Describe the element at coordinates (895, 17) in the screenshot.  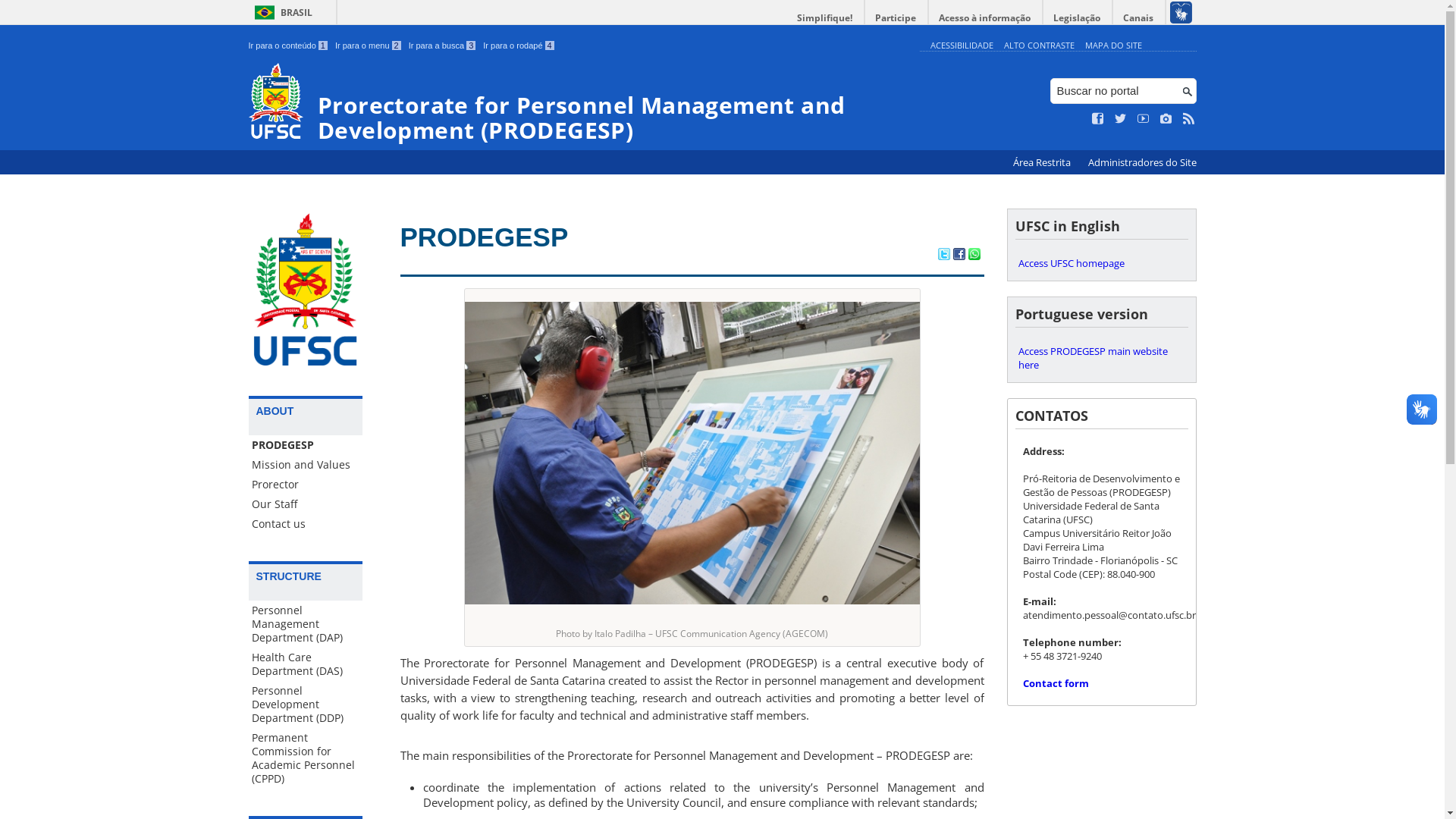
I see `'Participe'` at that location.